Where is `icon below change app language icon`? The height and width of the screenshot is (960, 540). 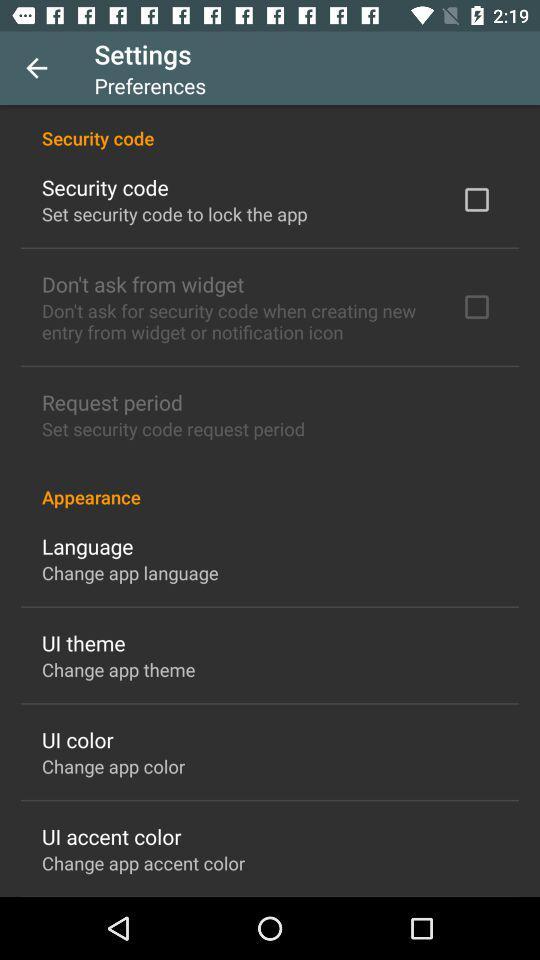 icon below change app language icon is located at coordinates (82, 642).